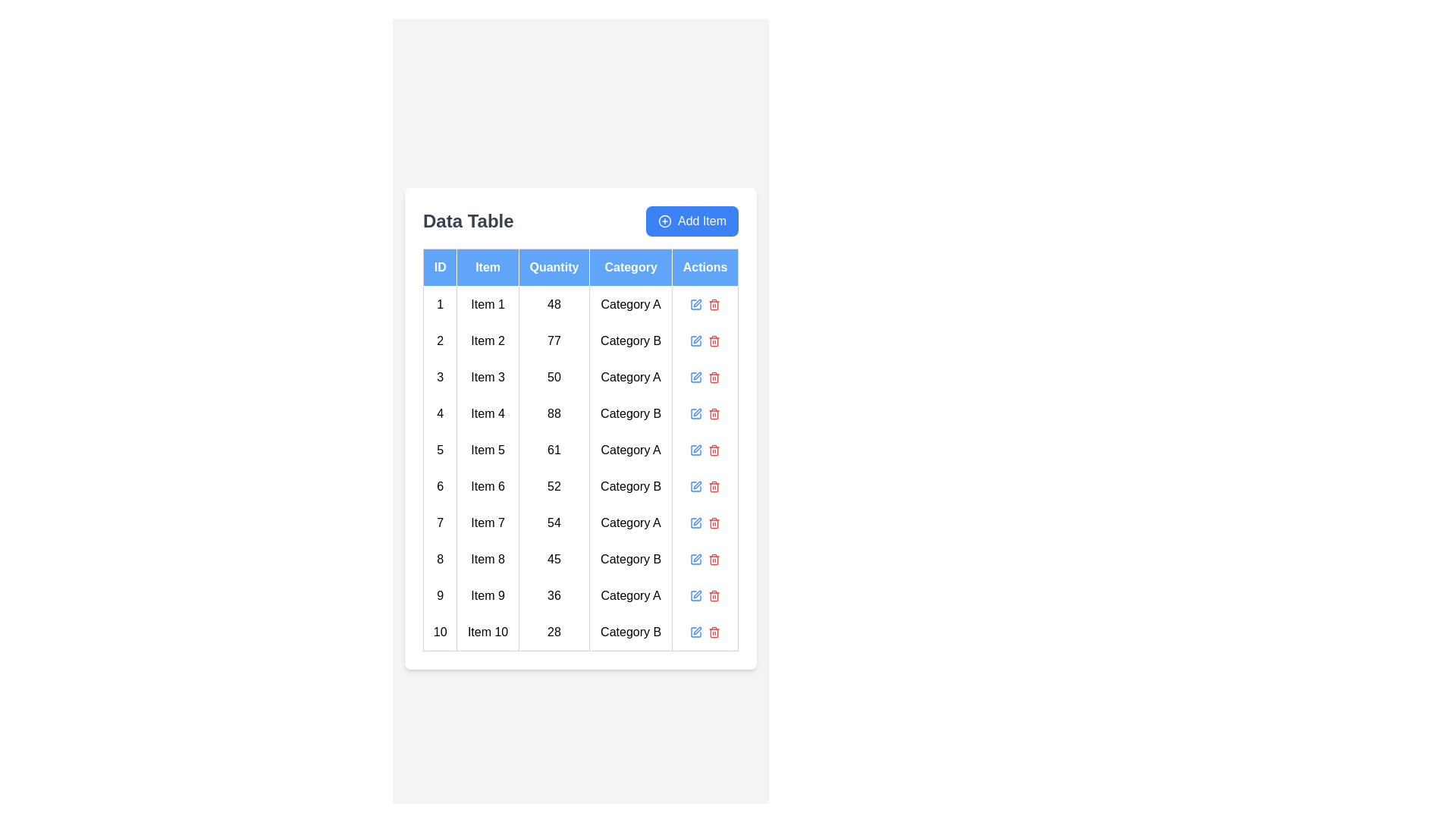  Describe the element at coordinates (714, 449) in the screenshot. I see `the delete icon button located in the 'Actions' column of the fifth row in the data table` at that location.